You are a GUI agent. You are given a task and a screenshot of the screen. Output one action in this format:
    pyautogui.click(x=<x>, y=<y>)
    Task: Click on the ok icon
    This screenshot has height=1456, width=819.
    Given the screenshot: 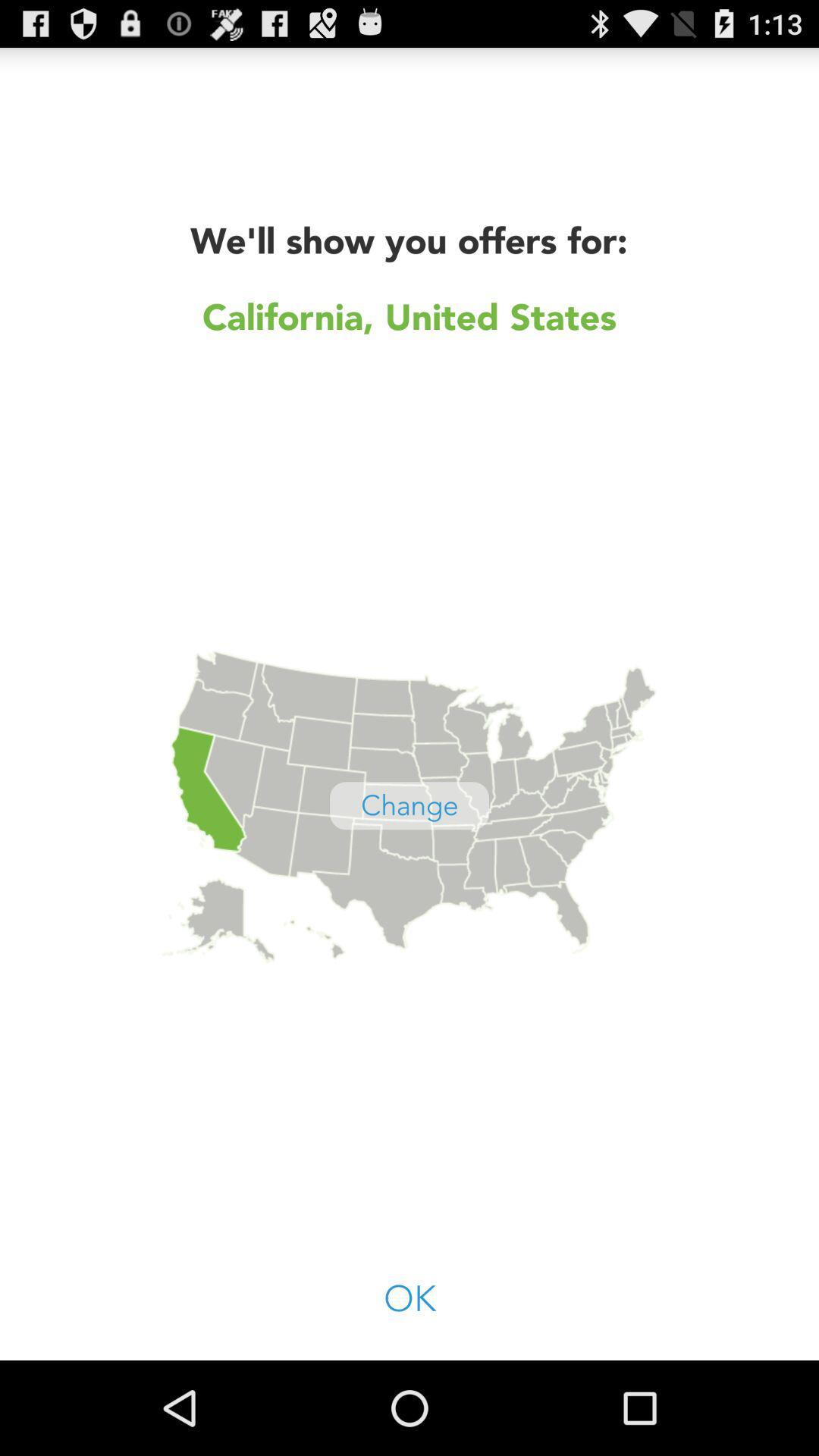 What is the action you would take?
    pyautogui.click(x=409, y=1300)
    